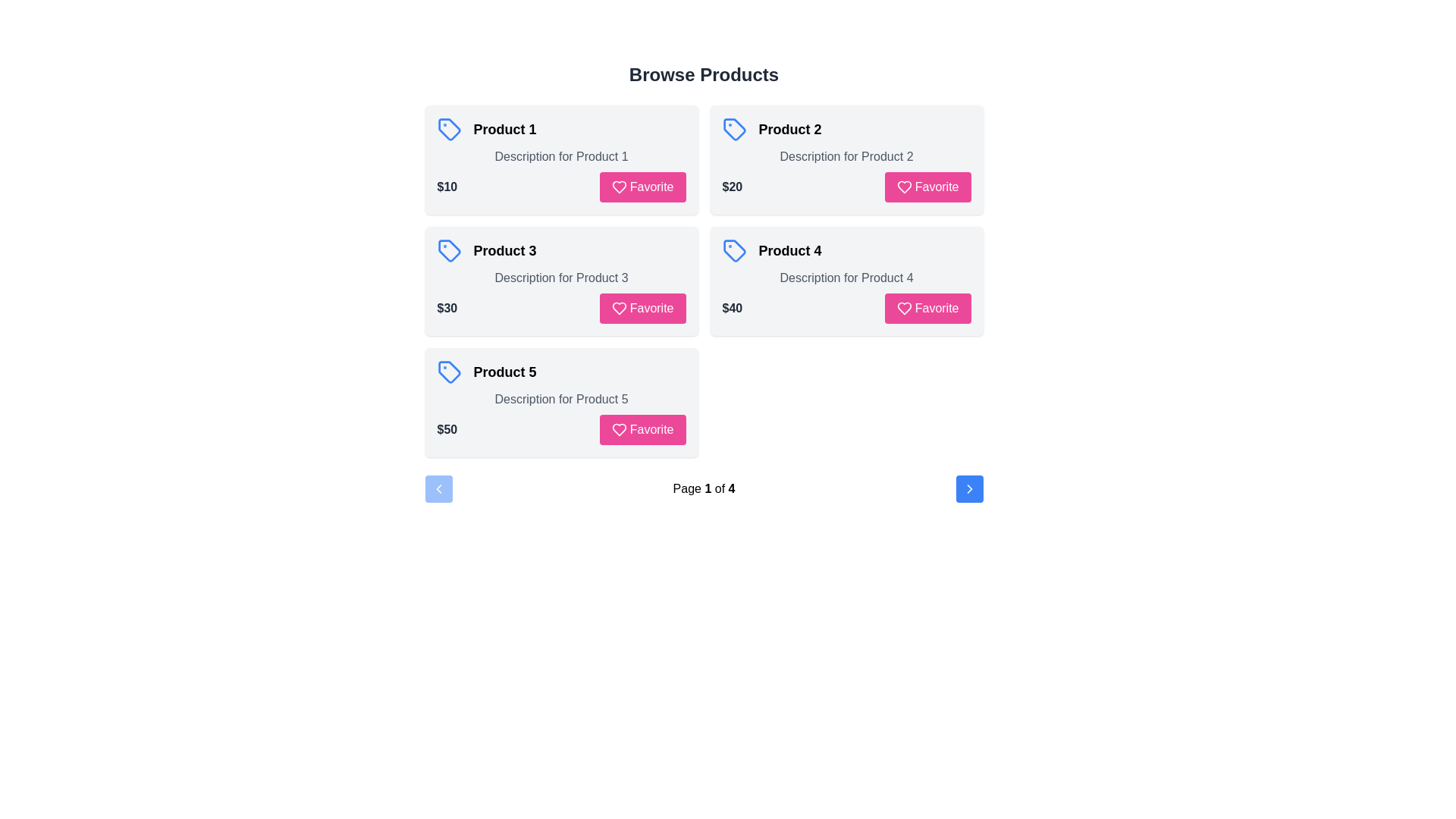 The image size is (1456, 819). I want to click on the favorite button for 'Product 4' located at the bottom right corner of its card, so click(927, 308).